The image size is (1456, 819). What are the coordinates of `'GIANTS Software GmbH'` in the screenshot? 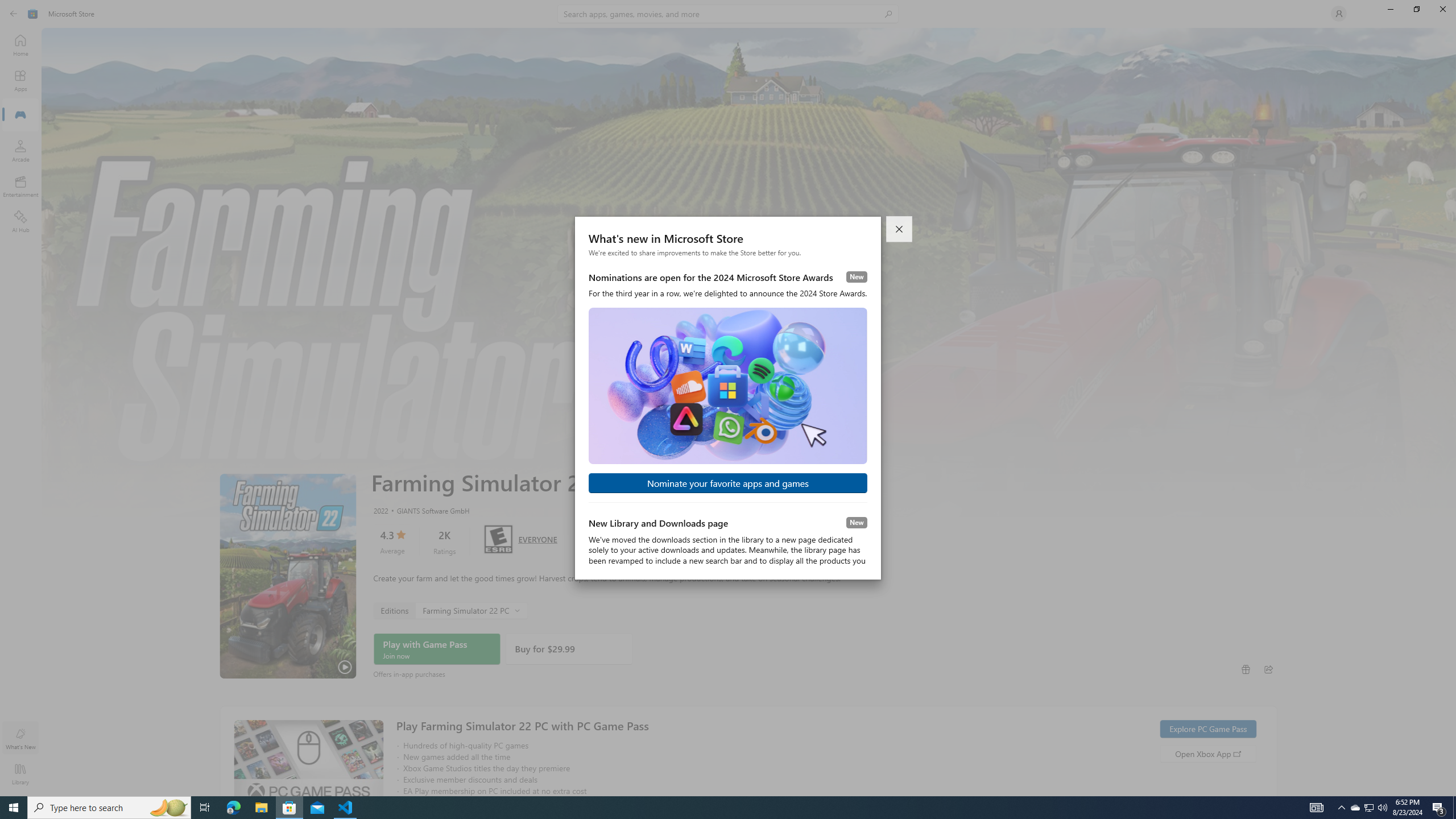 It's located at (427, 510).